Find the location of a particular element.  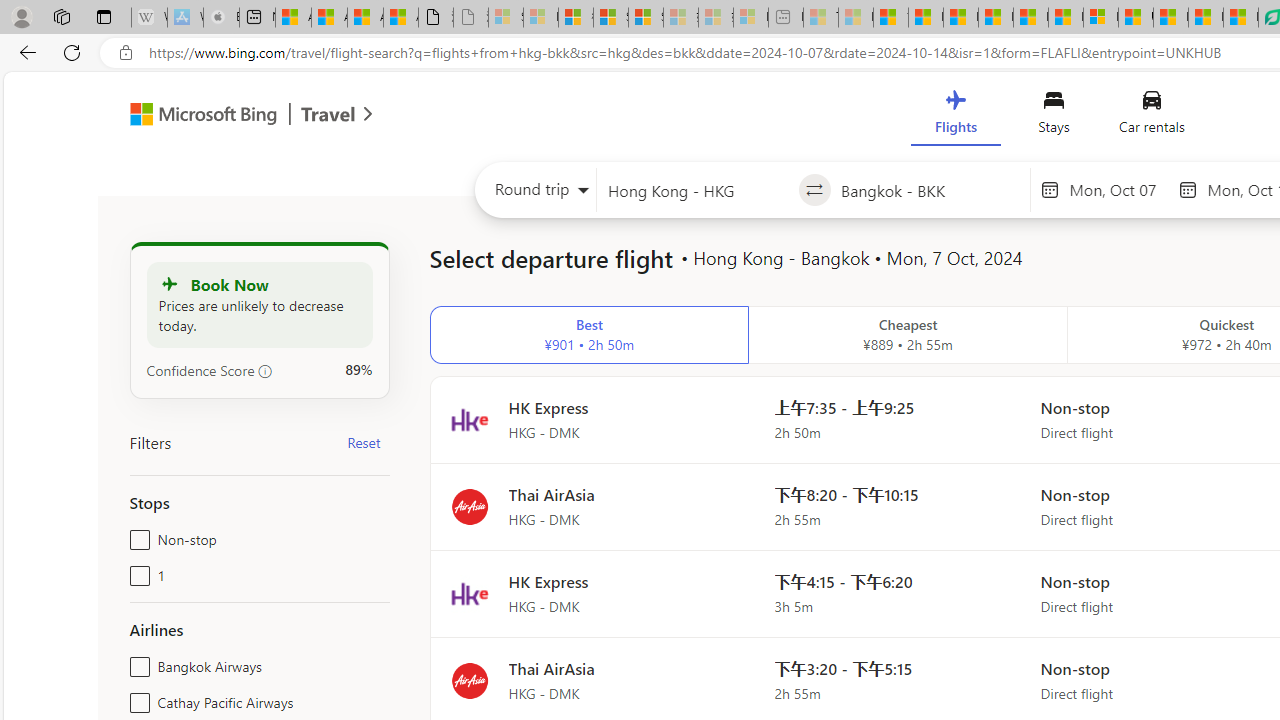

'Sign in to your Microsoft account - Sleeping' is located at coordinates (506, 17).